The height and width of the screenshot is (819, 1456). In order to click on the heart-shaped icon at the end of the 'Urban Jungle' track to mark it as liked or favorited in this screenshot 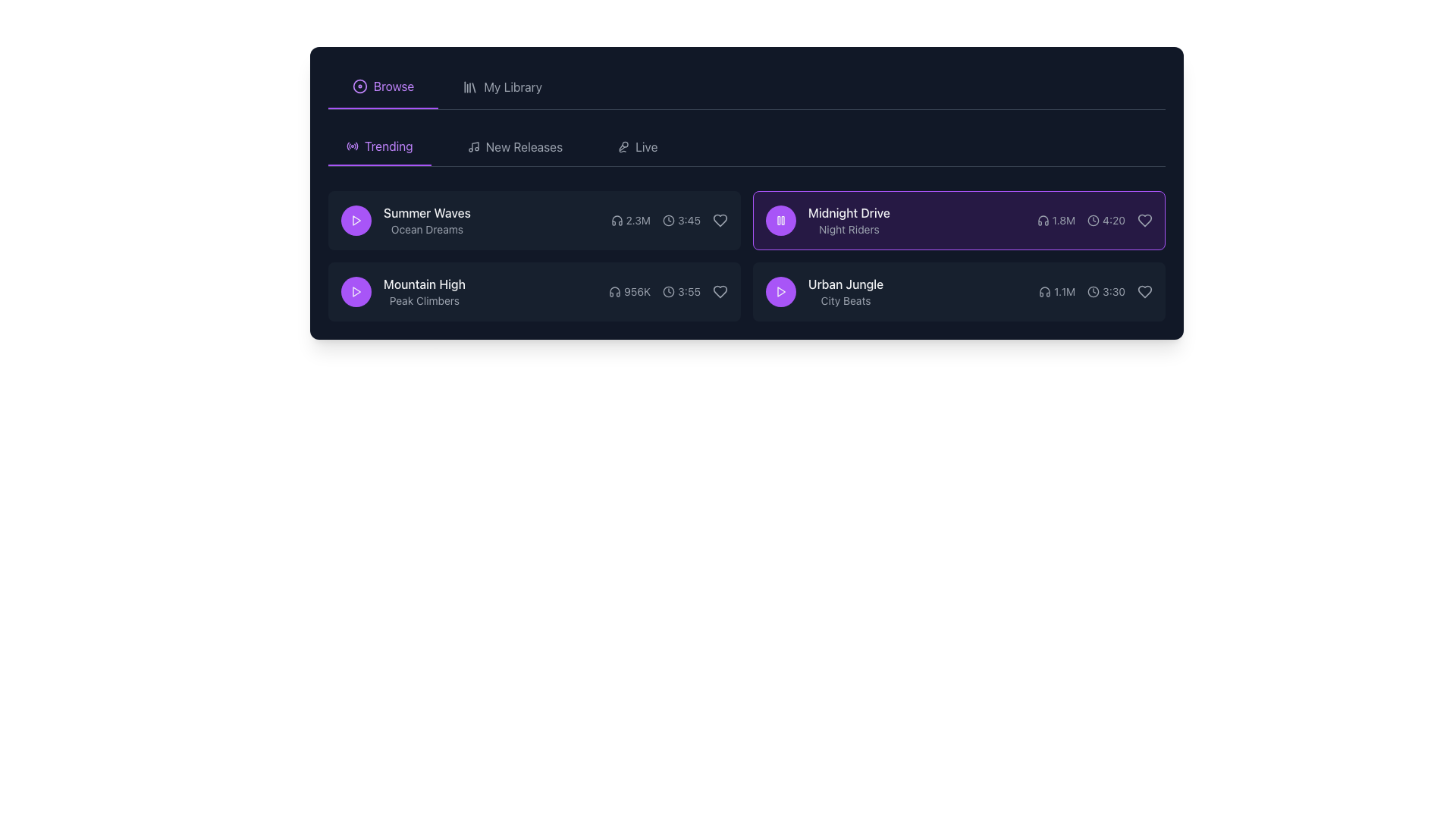, I will do `click(1145, 292)`.